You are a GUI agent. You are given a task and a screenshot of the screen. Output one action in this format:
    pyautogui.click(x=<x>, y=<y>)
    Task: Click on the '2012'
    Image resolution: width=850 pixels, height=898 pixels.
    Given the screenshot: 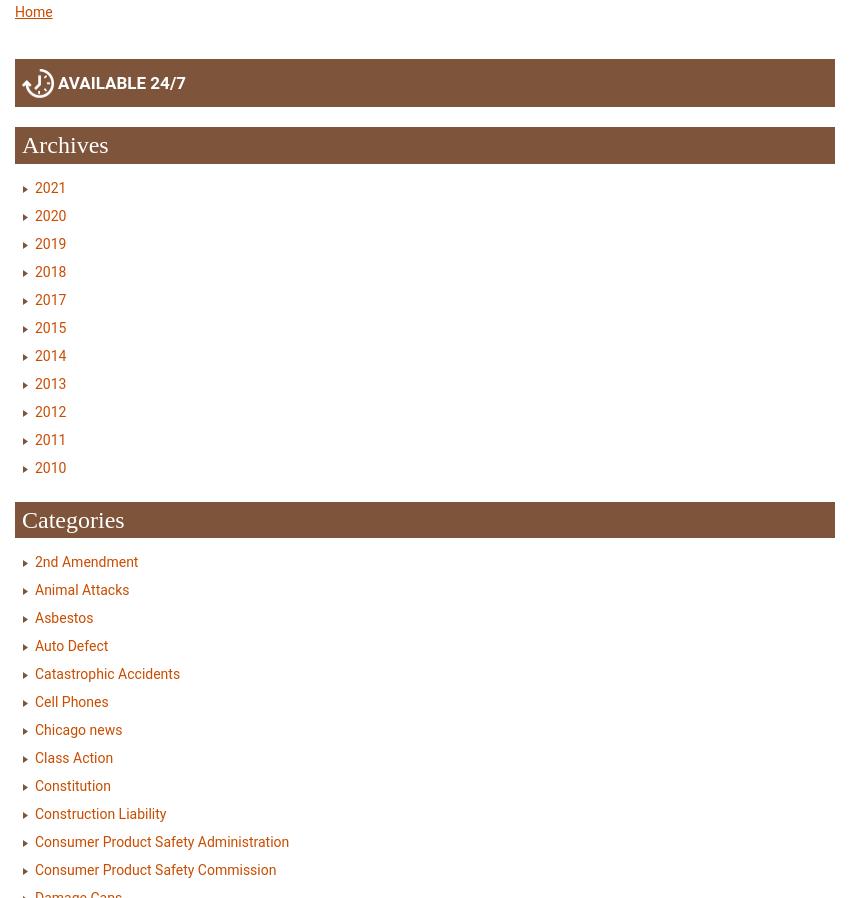 What is the action you would take?
    pyautogui.click(x=50, y=411)
    